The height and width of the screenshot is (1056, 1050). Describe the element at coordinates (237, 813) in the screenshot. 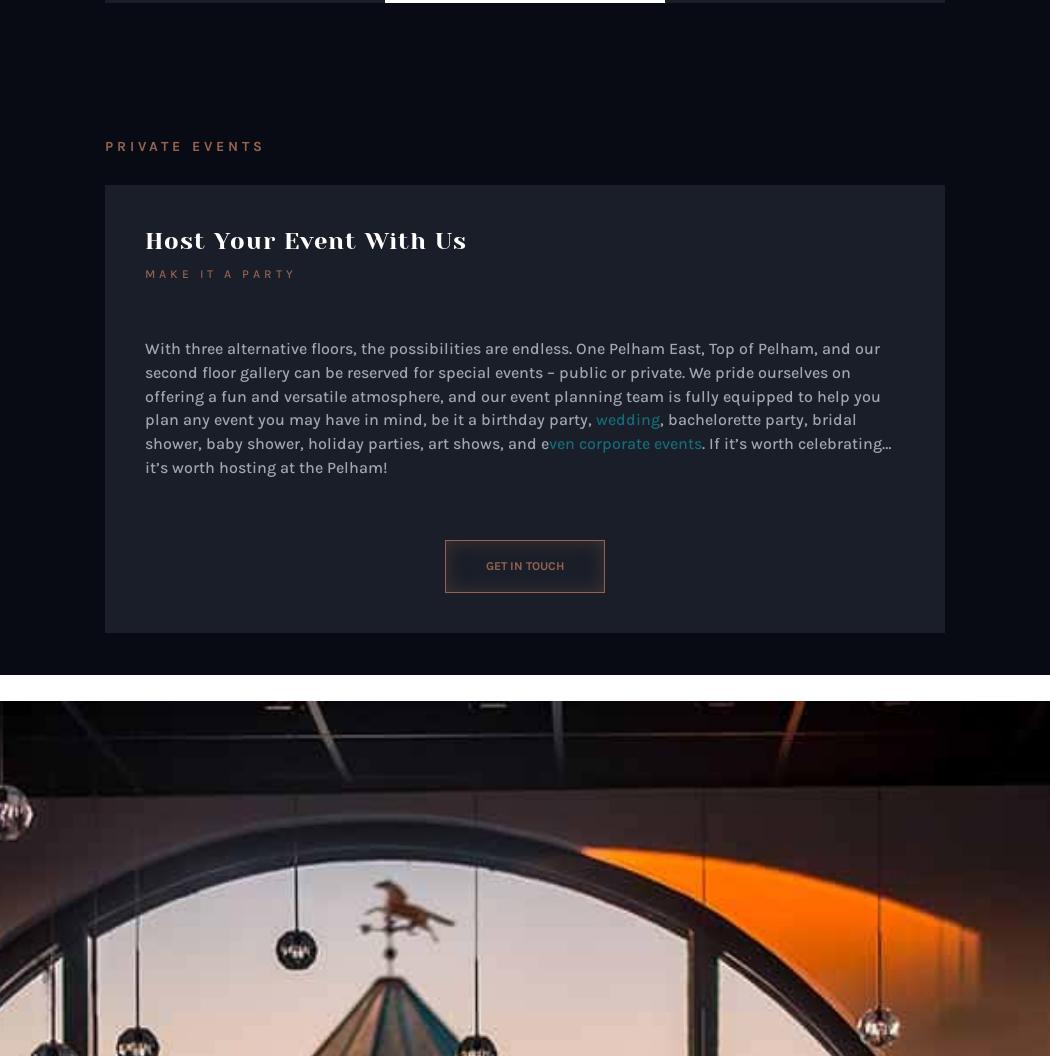

I see `'ONE PELHAM EAST'` at that location.